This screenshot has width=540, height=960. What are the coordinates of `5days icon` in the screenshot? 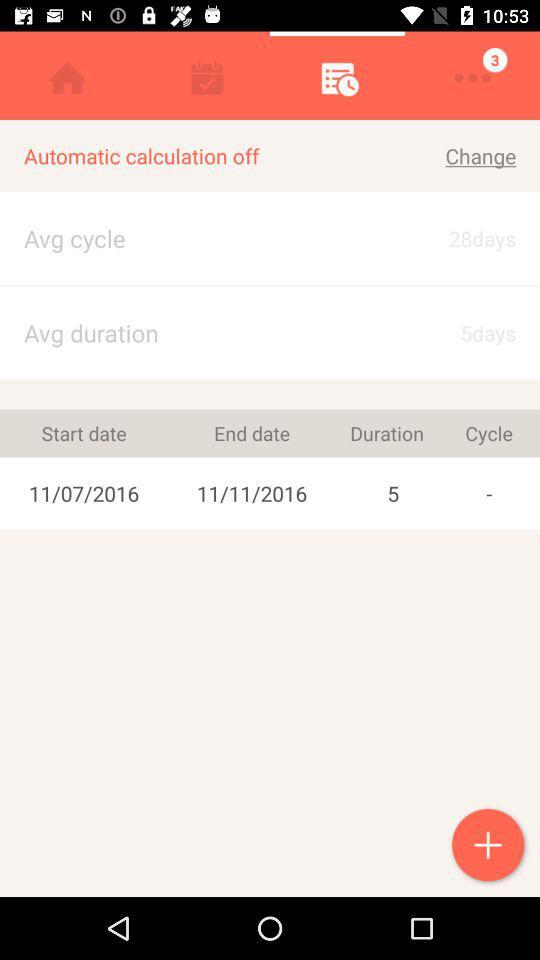 It's located at (463, 333).